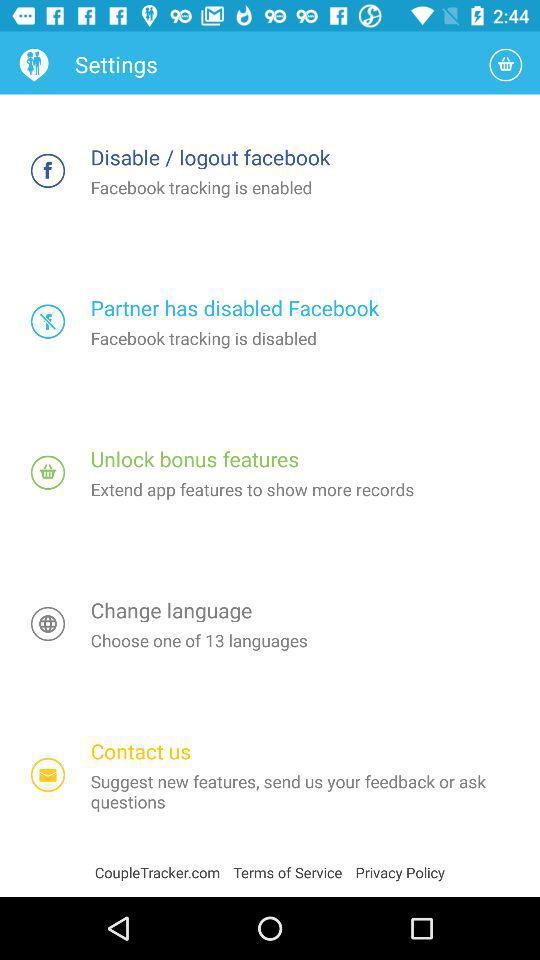 The width and height of the screenshot is (540, 960). Describe the element at coordinates (48, 623) in the screenshot. I see `the globe icon` at that location.